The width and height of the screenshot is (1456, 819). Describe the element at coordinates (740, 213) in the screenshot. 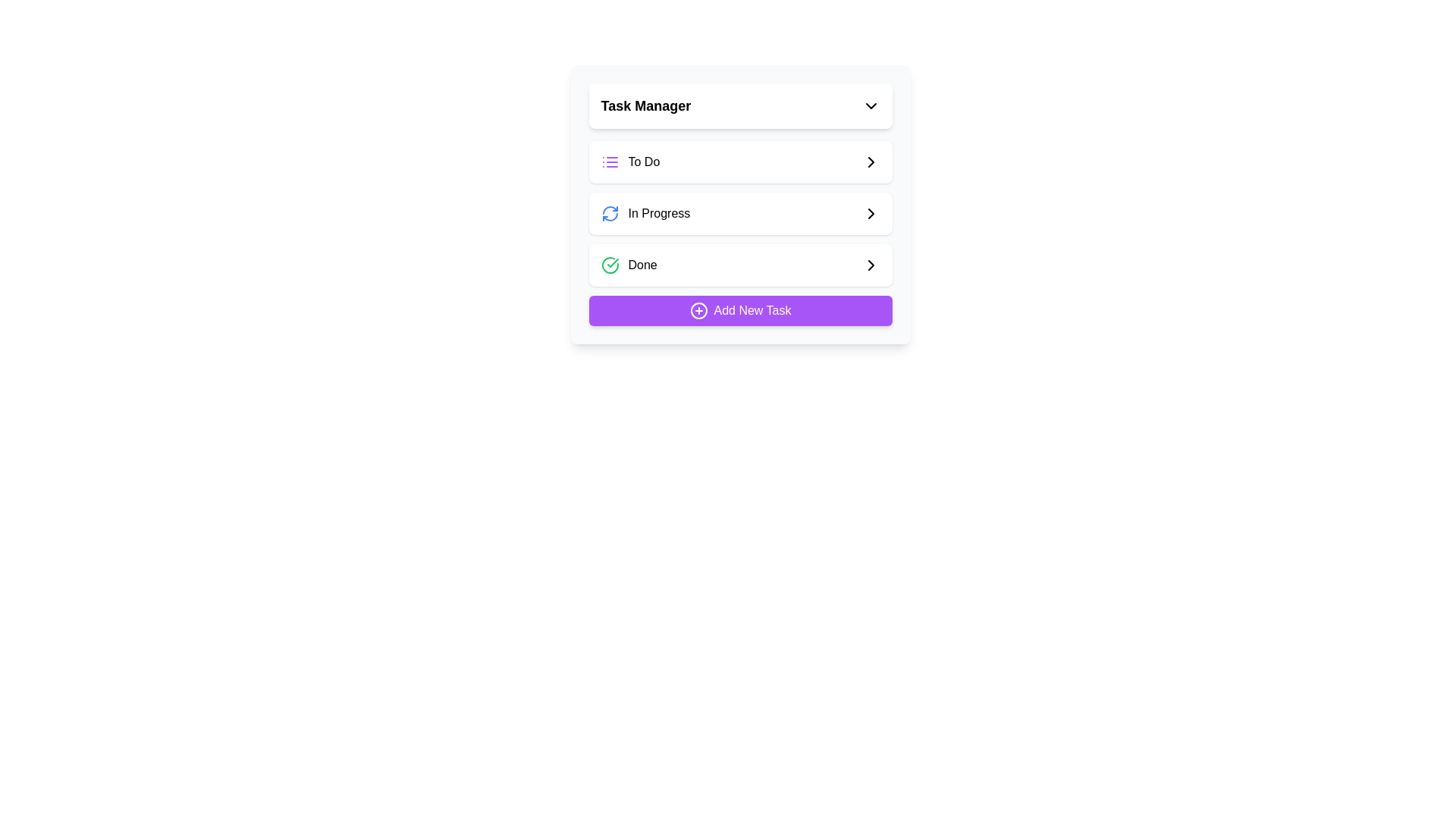

I see `the 'In Progress' task category element located in the middle section of the list, positioned between 'To Do' and 'Done'` at that location.